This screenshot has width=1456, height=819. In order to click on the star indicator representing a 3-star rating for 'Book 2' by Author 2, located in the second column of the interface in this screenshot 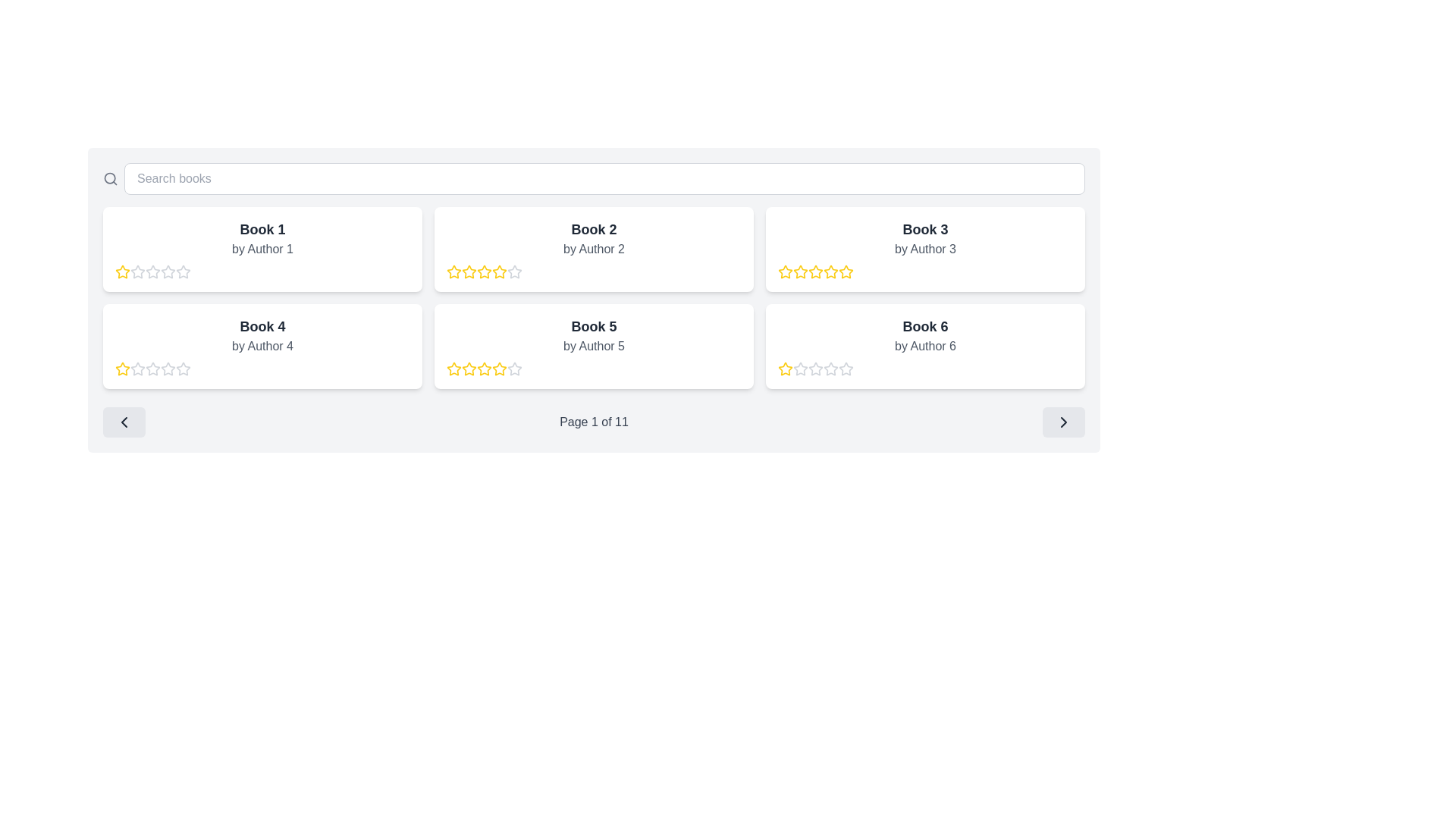, I will do `click(469, 271)`.